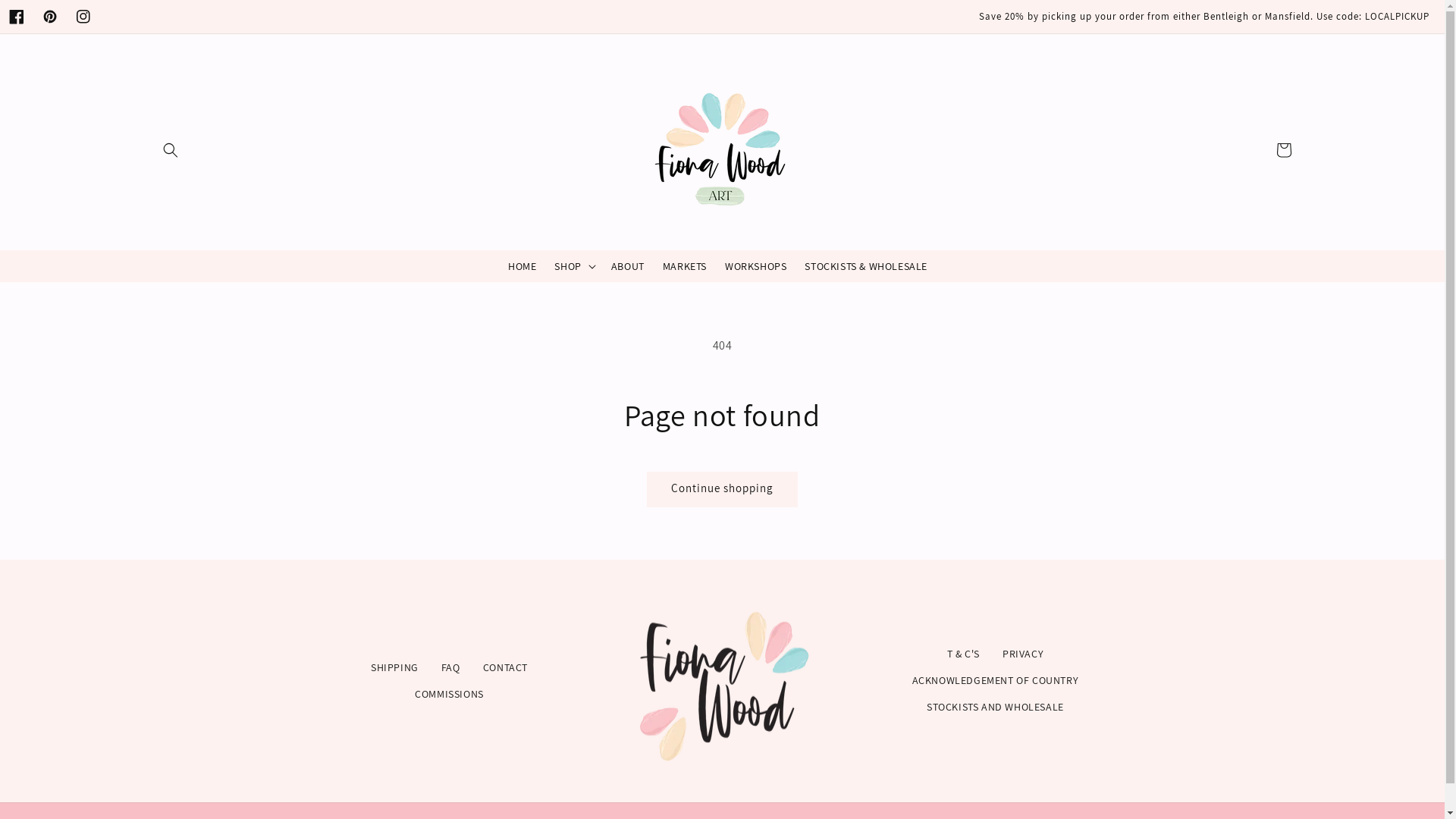  What do you see at coordinates (1022, 653) in the screenshot?
I see `'PRIVACY'` at bounding box center [1022, 653].